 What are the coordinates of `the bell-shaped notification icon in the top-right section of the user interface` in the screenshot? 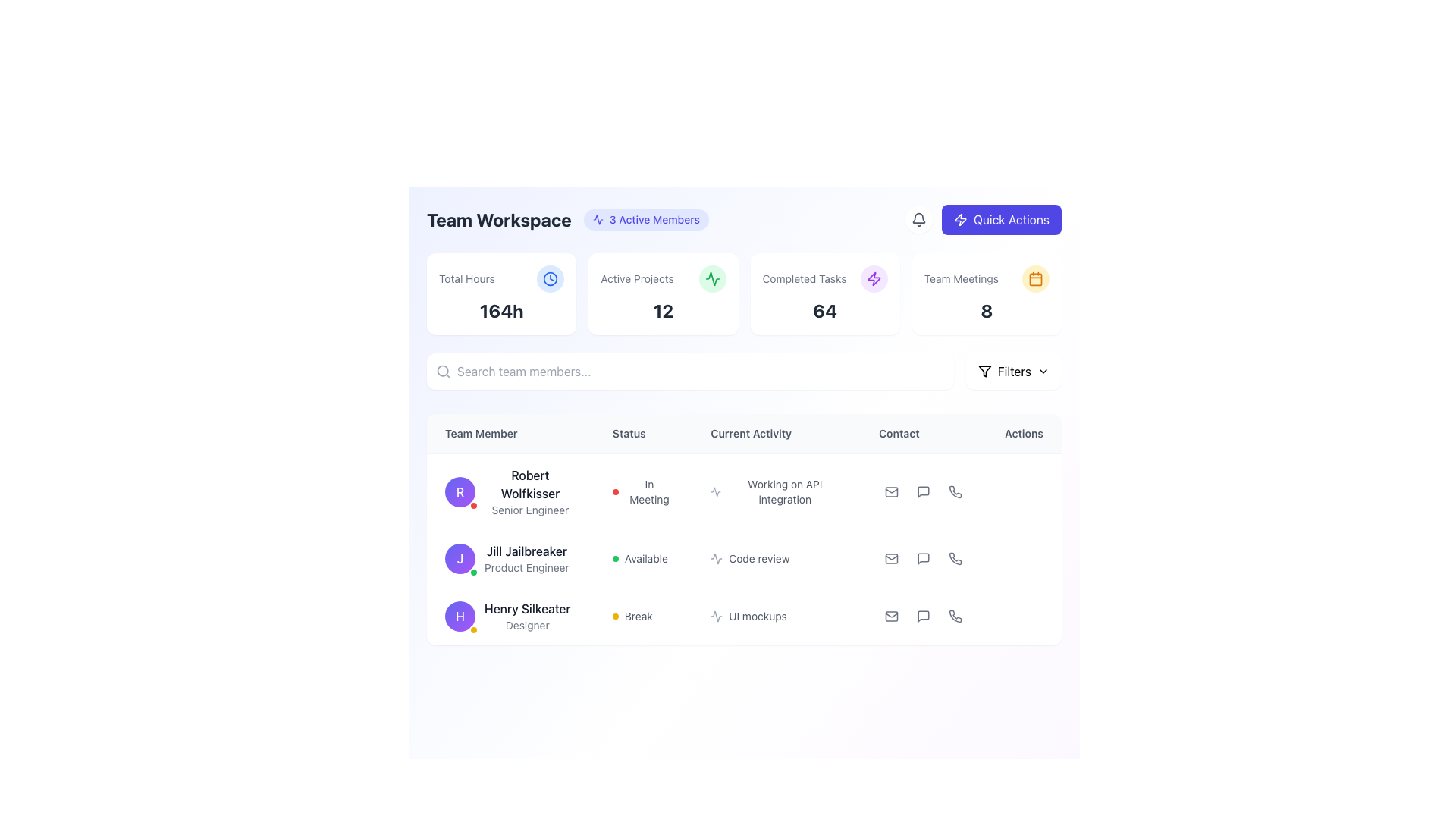 It's located at (918, 219).